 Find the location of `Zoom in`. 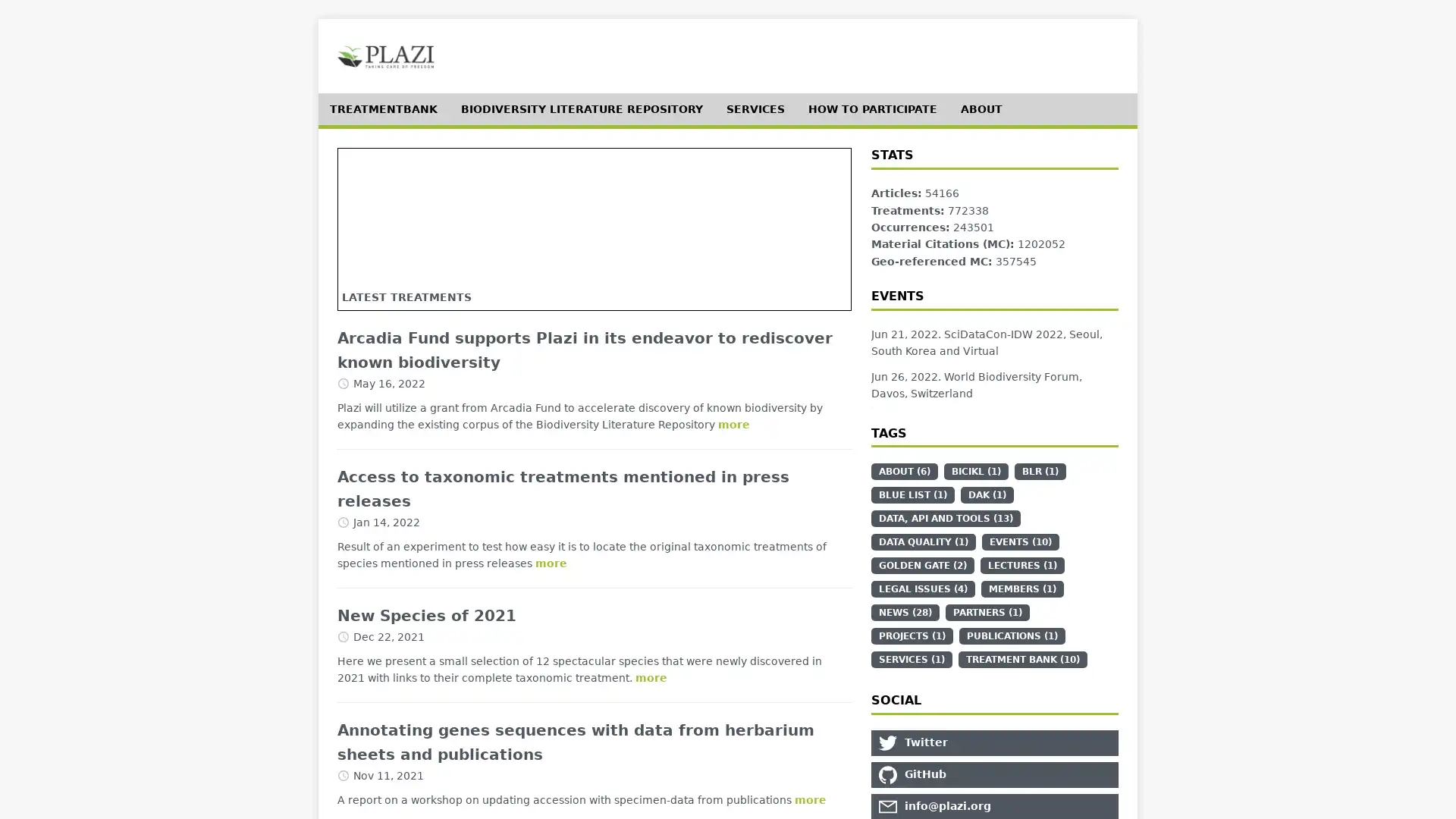

Zoom in is located at coordinates (362, 171).